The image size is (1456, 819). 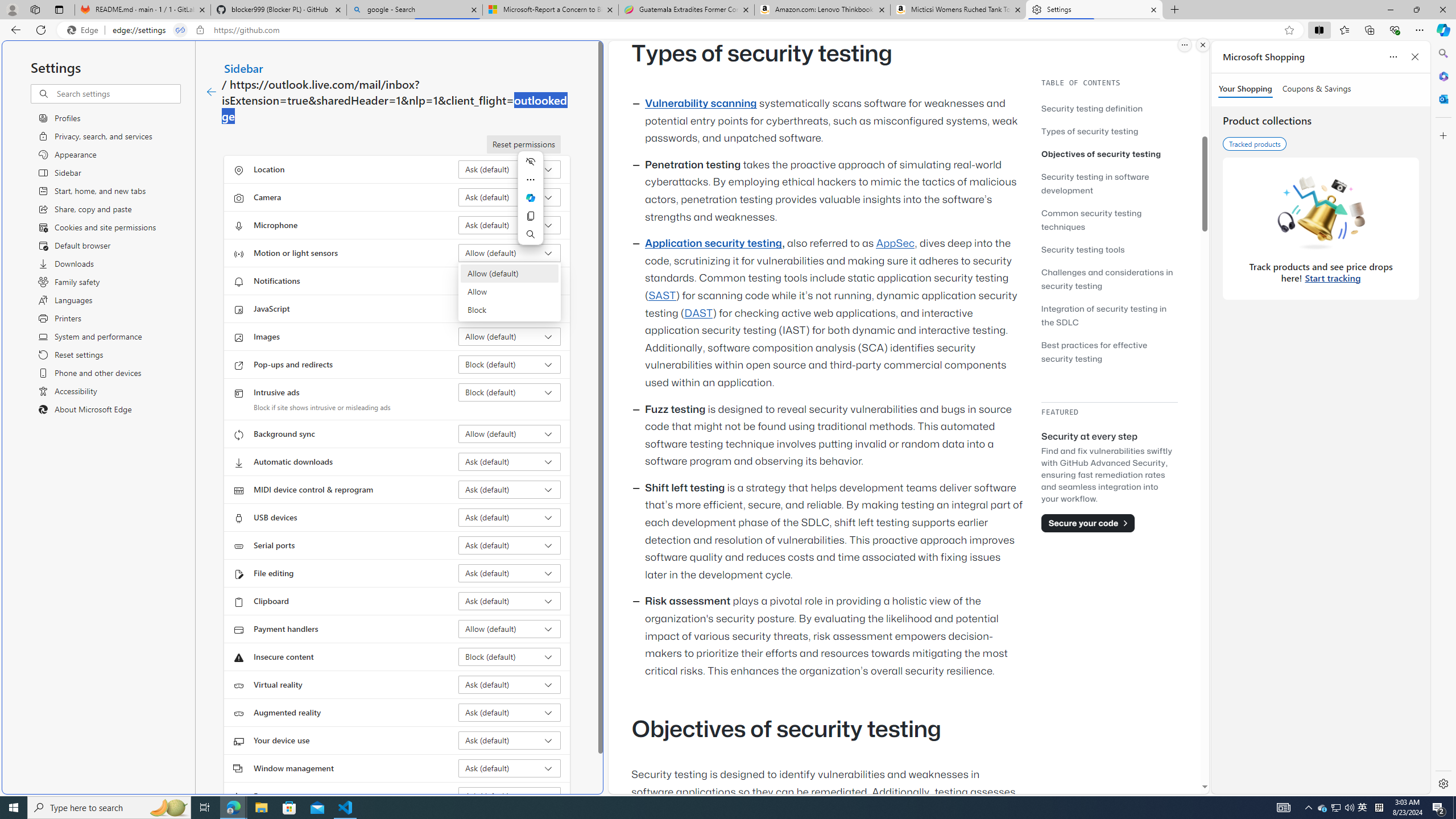 What do you see at coordinates (1416, 9) in the screenshot?
I see `'Restore'` at bounding box center [1416, 9].